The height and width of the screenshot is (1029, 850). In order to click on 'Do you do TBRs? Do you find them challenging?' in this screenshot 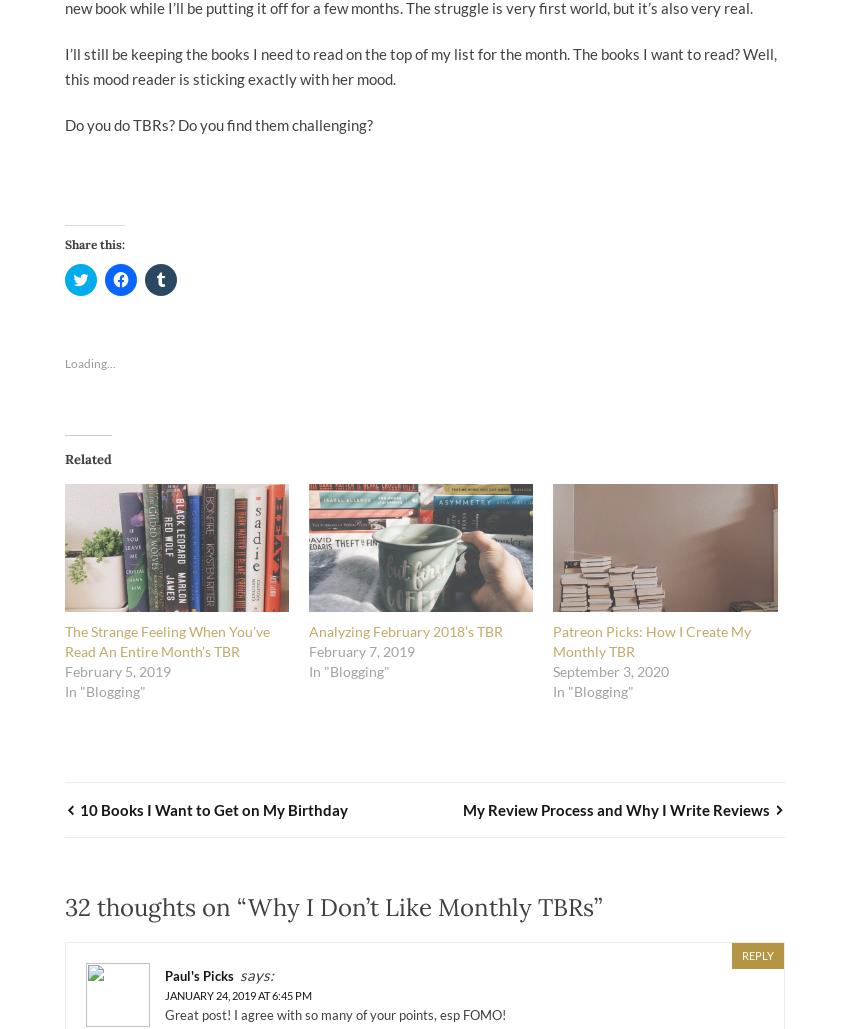, I will do `click(218, 124)`.